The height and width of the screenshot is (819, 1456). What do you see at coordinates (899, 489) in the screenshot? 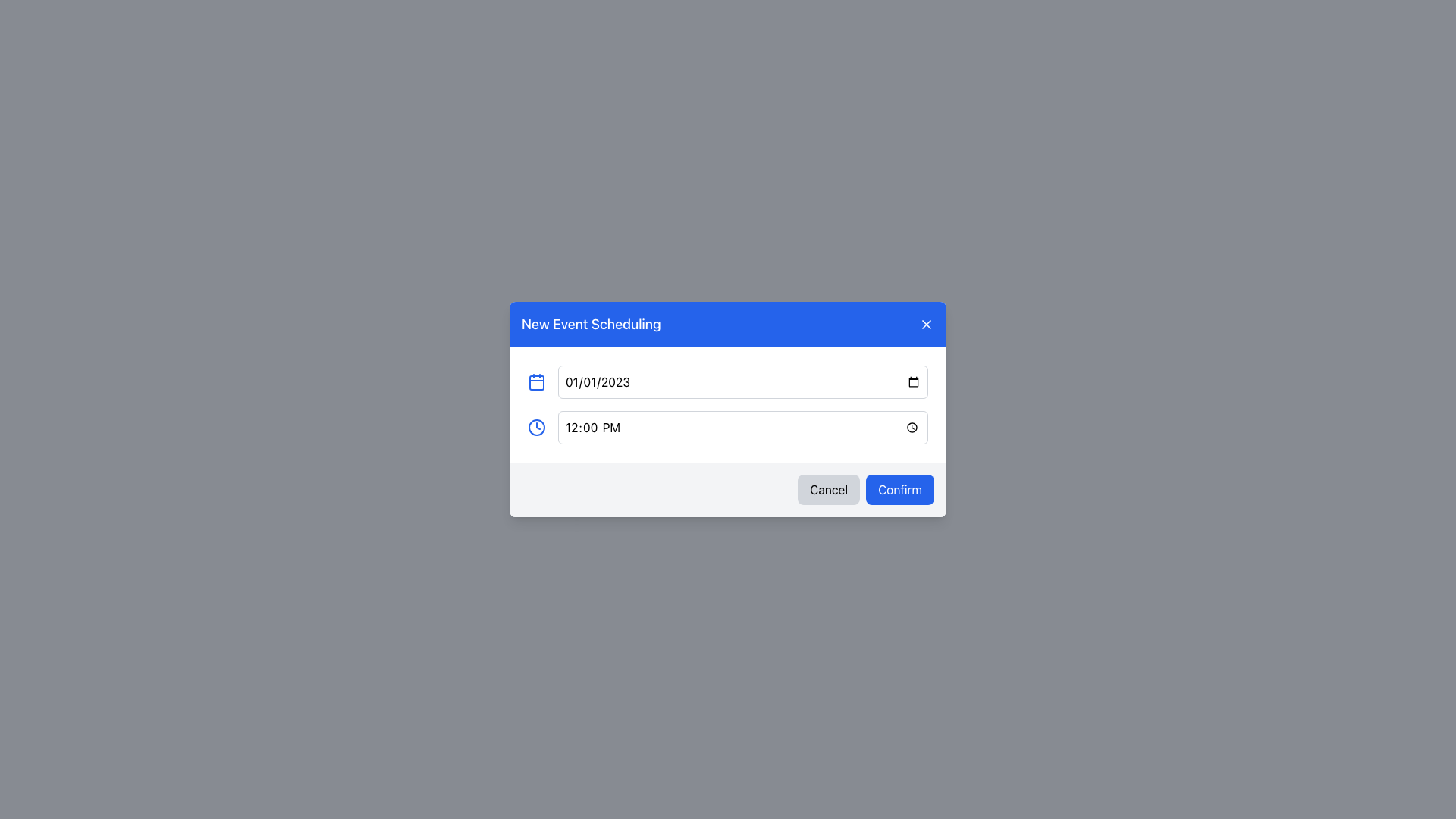
I see `the rightmost confirm button located at the bottom of the modal dialog to confirm the action and close the dialog` at bounding box center [899, 489].